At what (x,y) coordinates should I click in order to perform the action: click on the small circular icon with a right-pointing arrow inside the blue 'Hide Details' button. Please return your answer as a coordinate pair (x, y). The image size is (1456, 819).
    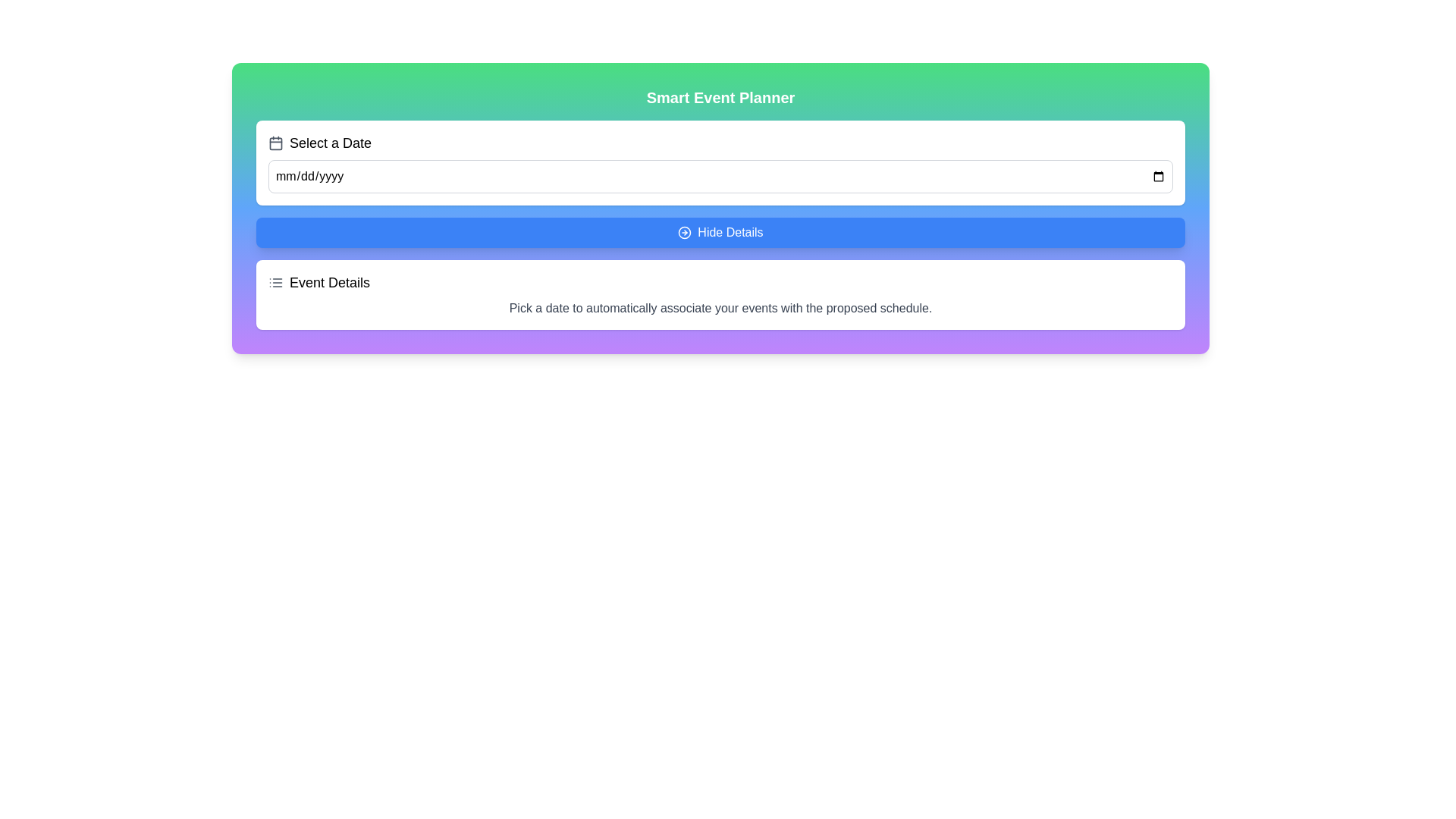
    Looking at the image, I should click on (684, 233).